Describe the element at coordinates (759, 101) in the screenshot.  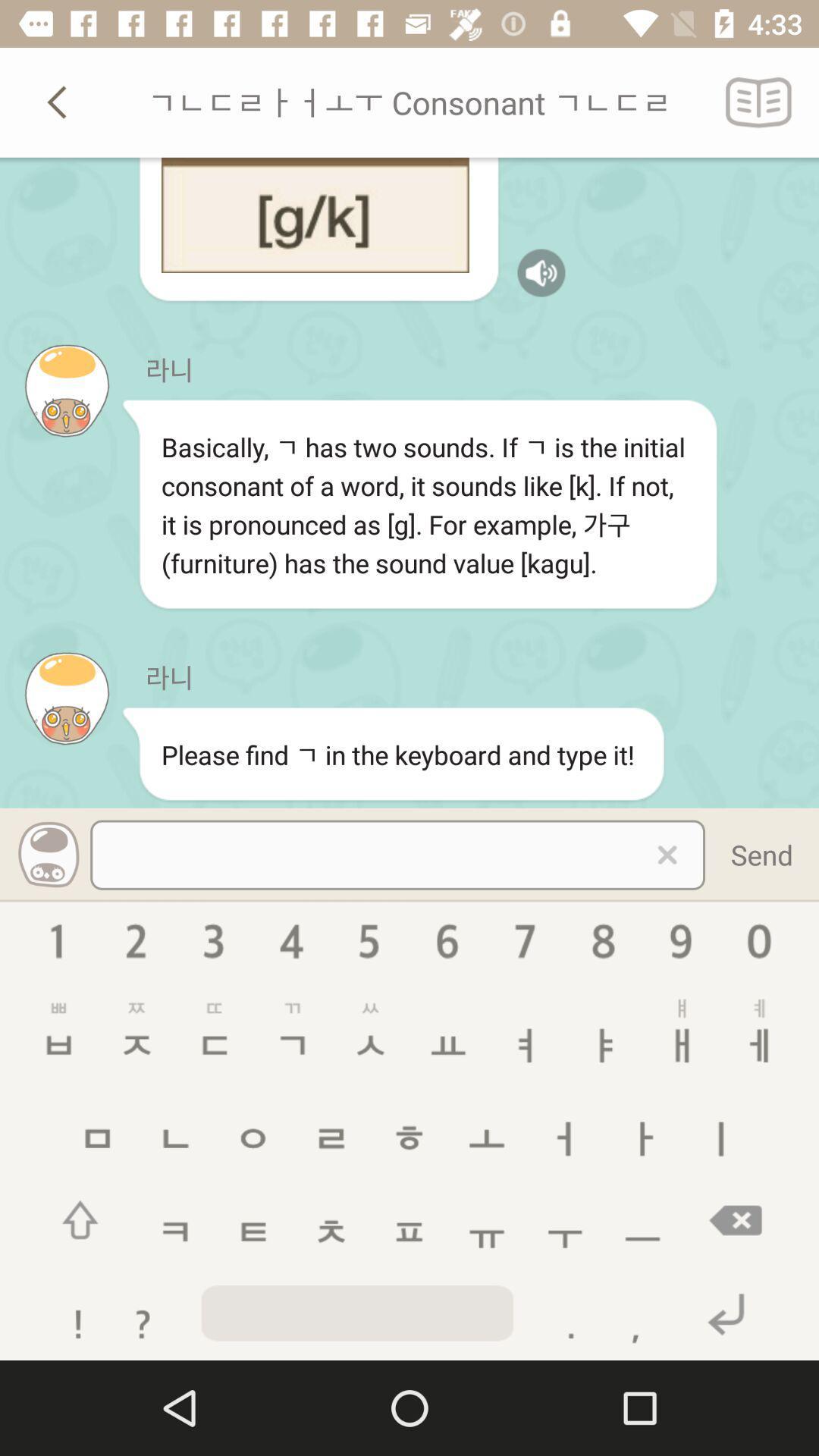
I see `the book icon` at that location.